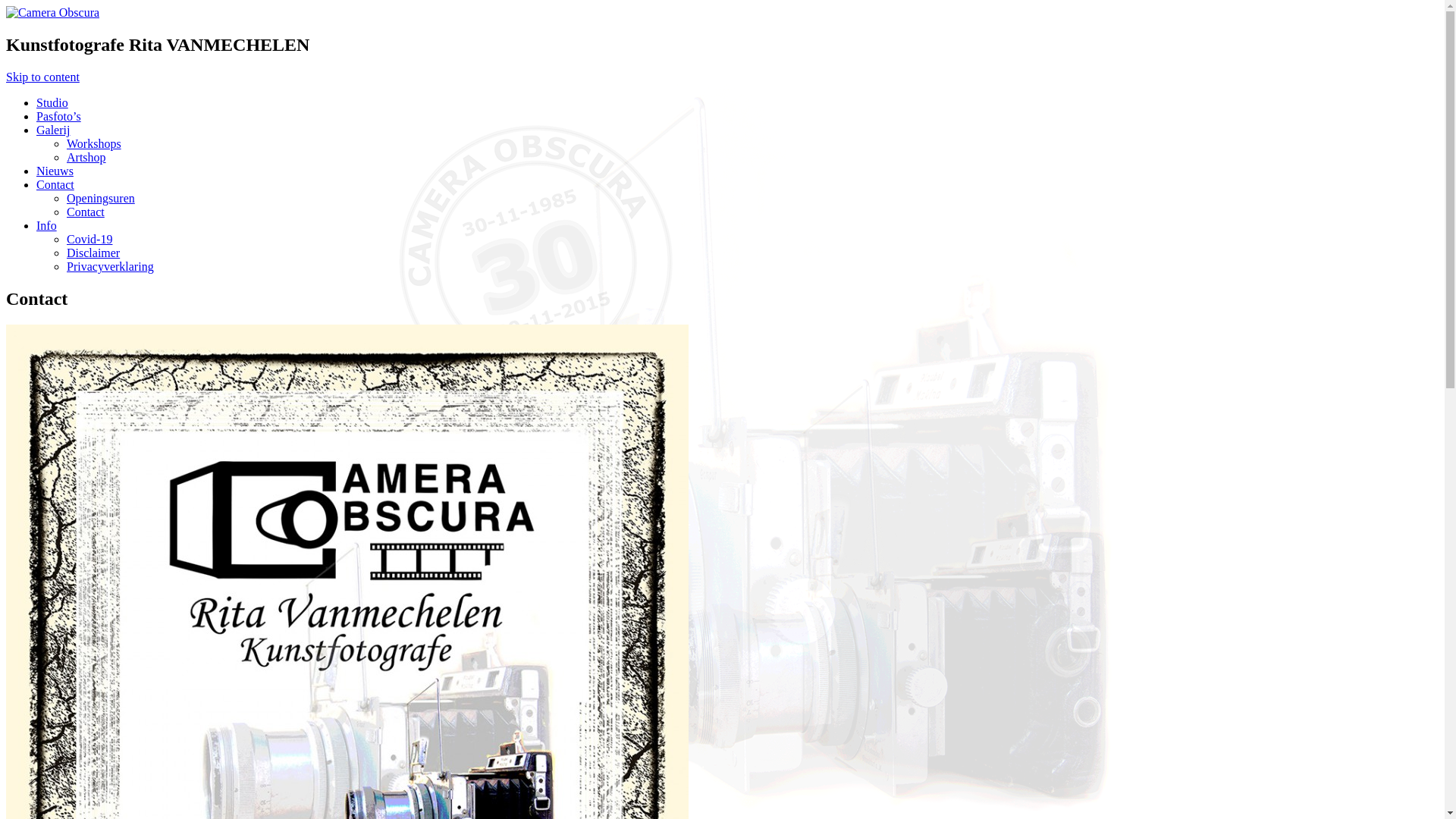 This screenshot has height=819, width=1456. What do you see at coordinates (100, 197) in the screenshot?
I see `'Openingsuren'` at bounding box center [100, 197].